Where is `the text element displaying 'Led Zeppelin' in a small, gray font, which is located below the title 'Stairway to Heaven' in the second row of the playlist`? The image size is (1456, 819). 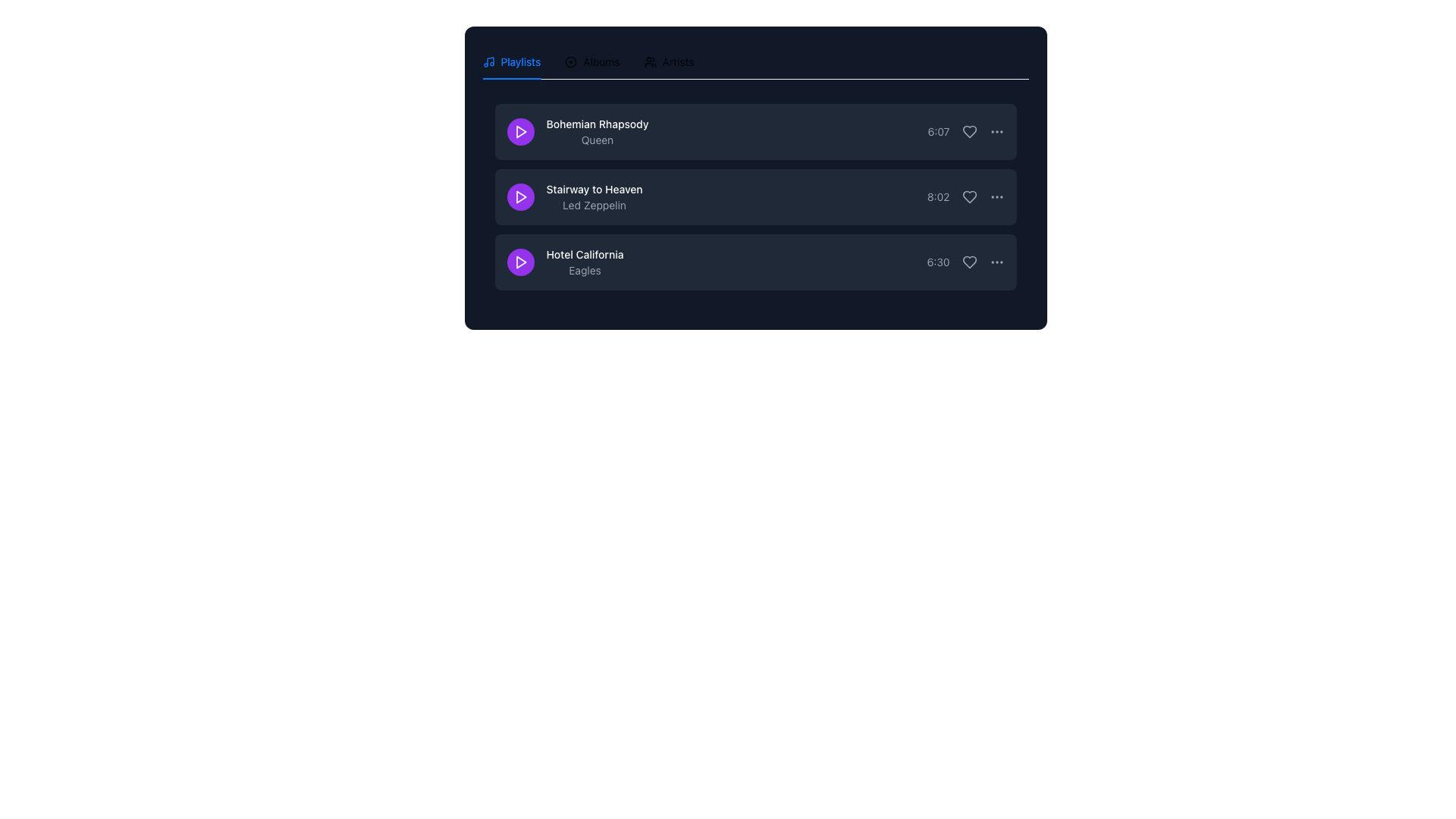
the text element displaying 'Led Zeppelin' in a small, gray font, which is located below the title 'Stairway to Heaven' in the second row of the playlist is located at coordinates (593, 205).